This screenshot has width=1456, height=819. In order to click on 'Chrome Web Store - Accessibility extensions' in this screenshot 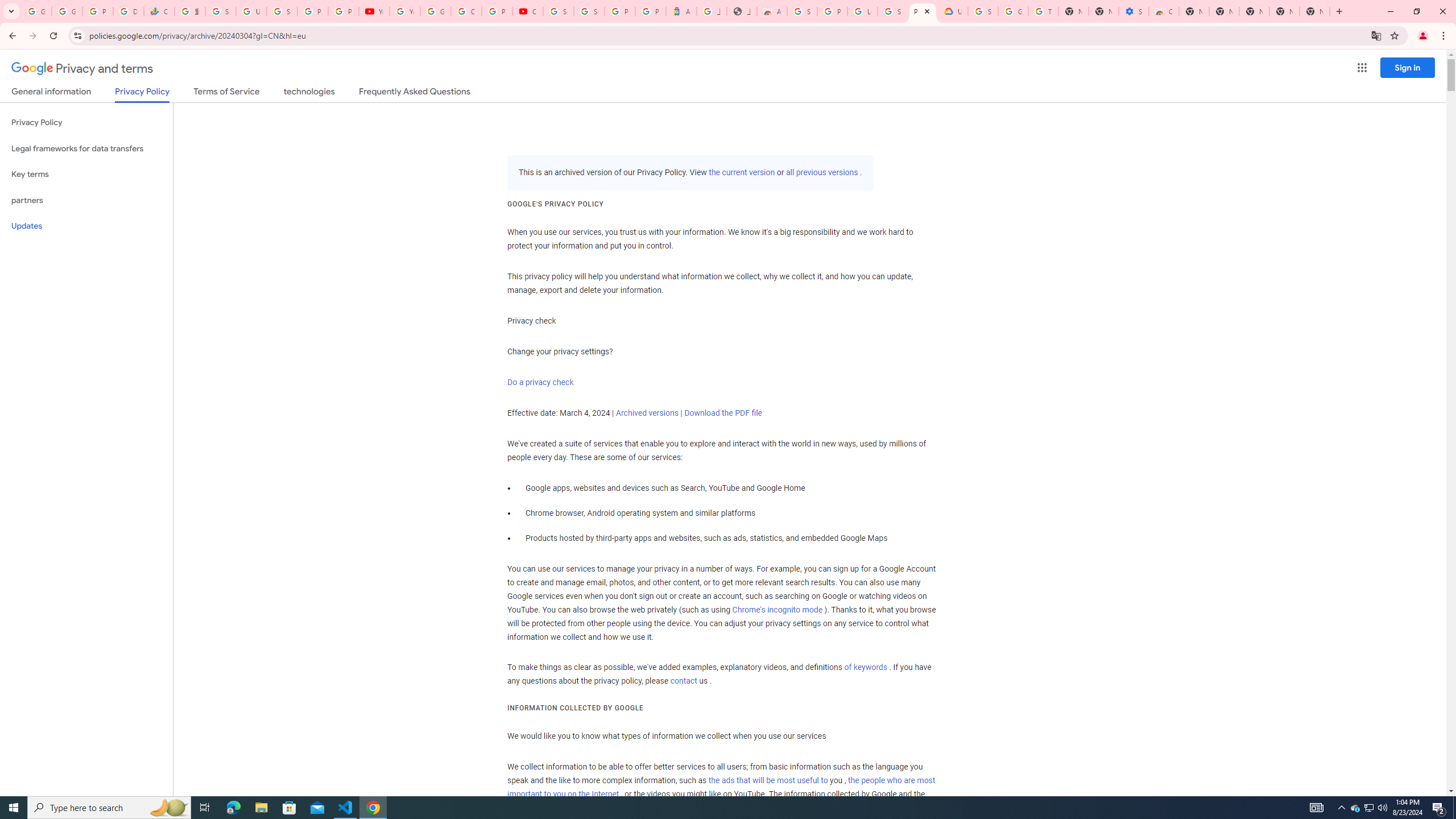, I will do `click(1164, 11)`.